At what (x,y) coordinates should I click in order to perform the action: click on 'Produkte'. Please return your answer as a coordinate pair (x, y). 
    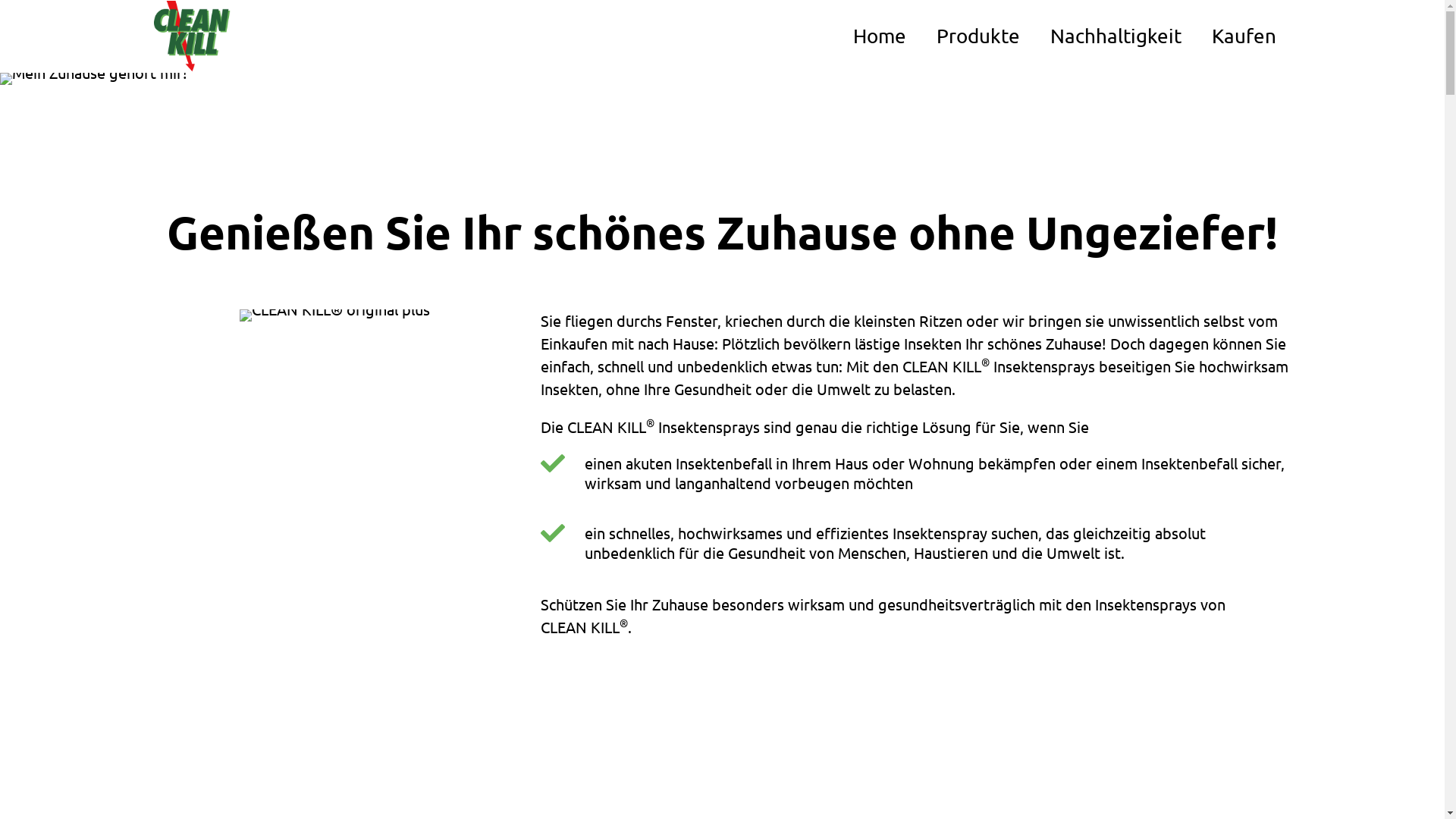
    Looking at the image, I should click on (920, 35).